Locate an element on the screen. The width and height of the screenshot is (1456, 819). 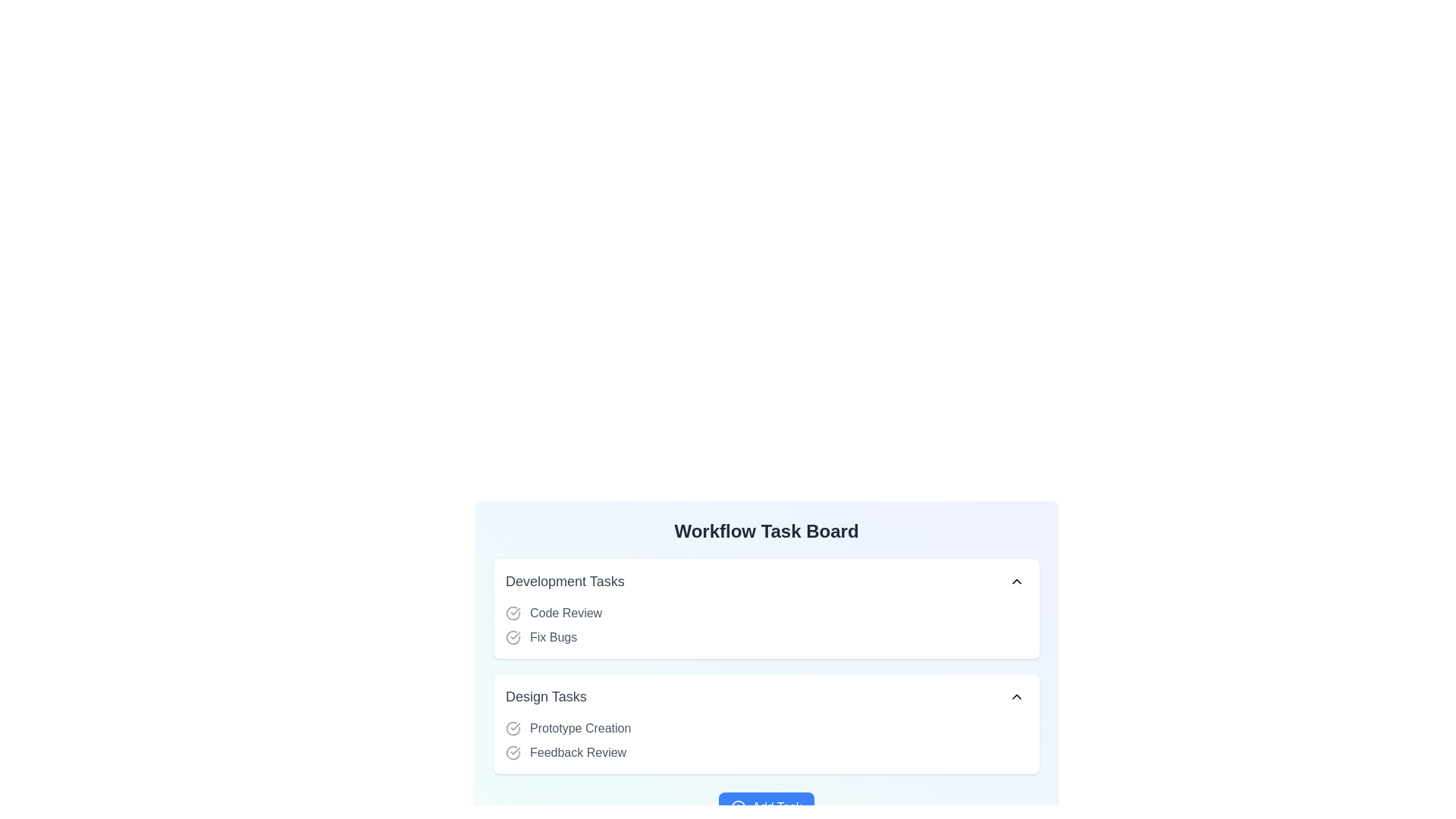
text header located at the top of the card-like component, which indicates the content or functionality of the section below it is located at coordinates (767, 531).